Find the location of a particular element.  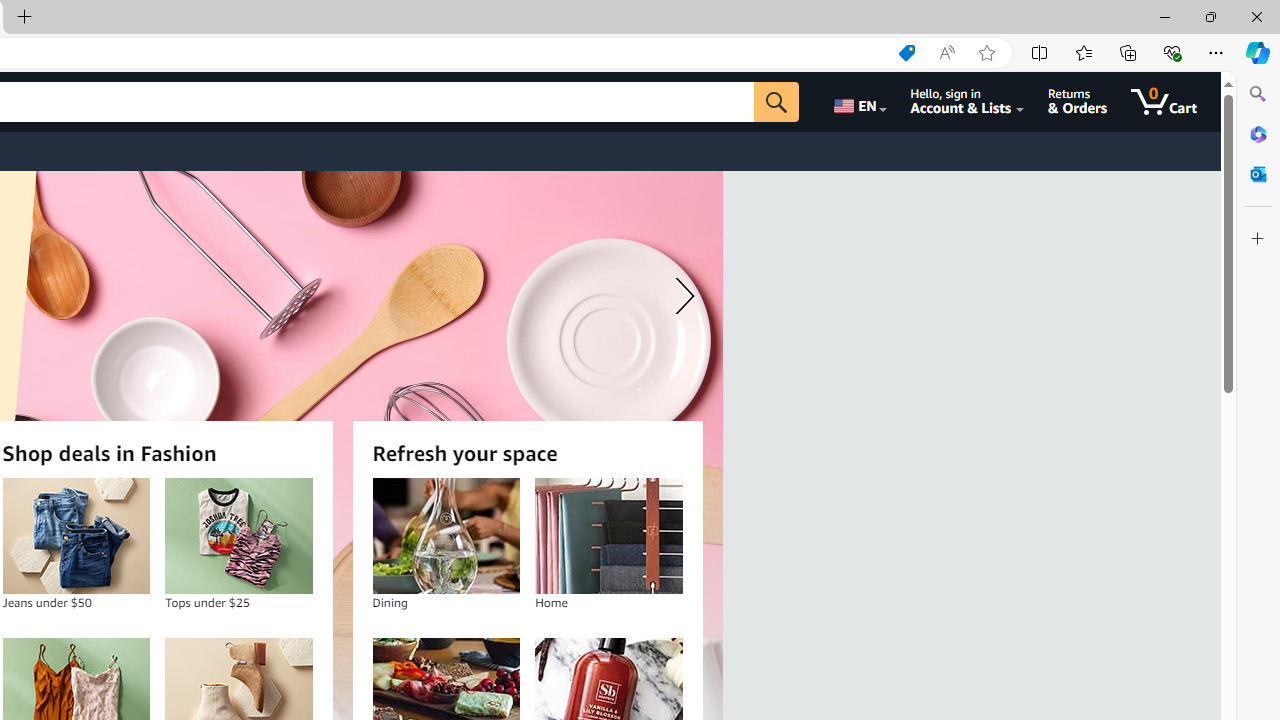

'Next slide' is located at coordinates (680, 296).